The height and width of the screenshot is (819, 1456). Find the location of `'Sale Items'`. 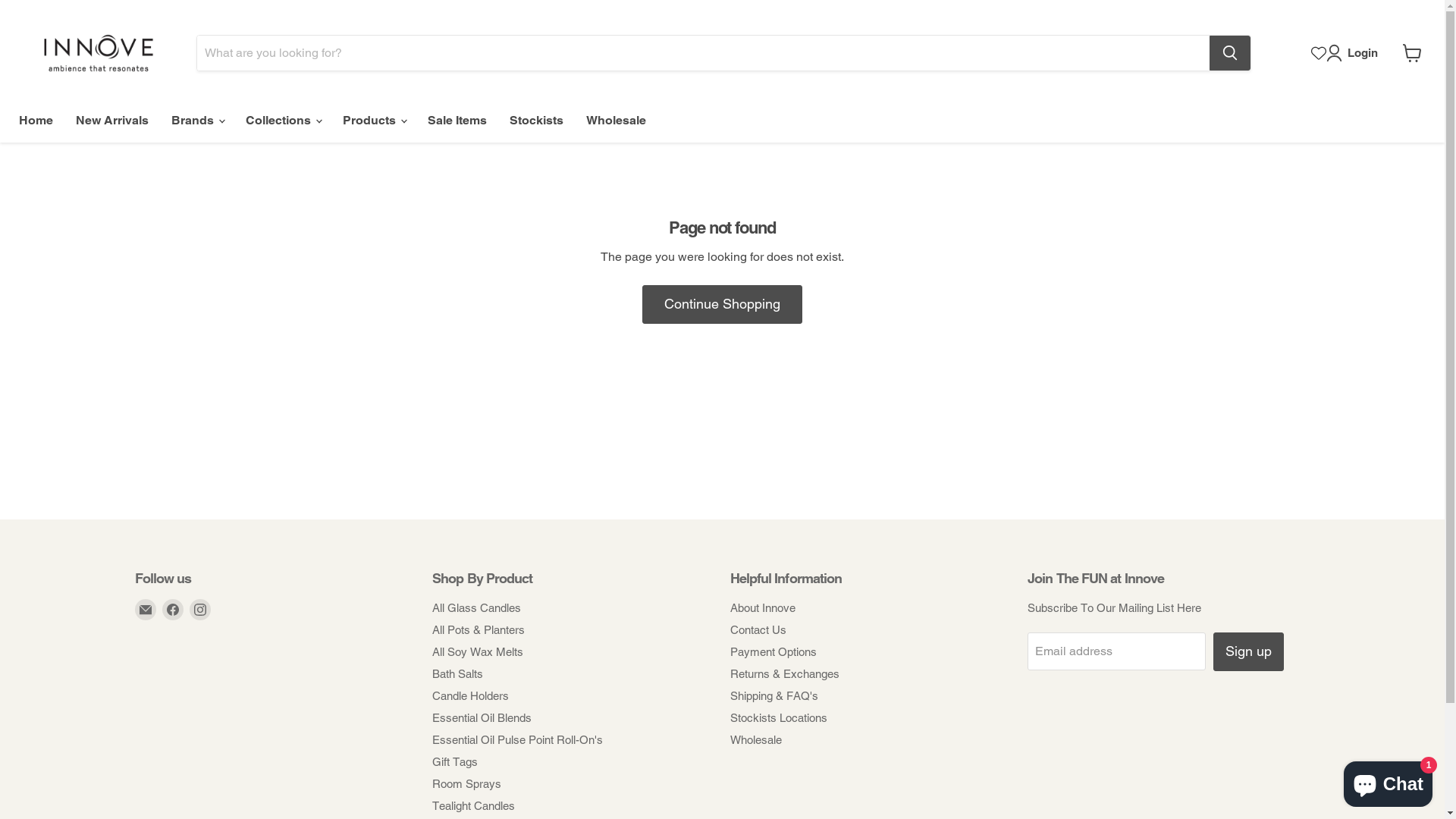

'Sale Items' is located at coordinates (457, 119).